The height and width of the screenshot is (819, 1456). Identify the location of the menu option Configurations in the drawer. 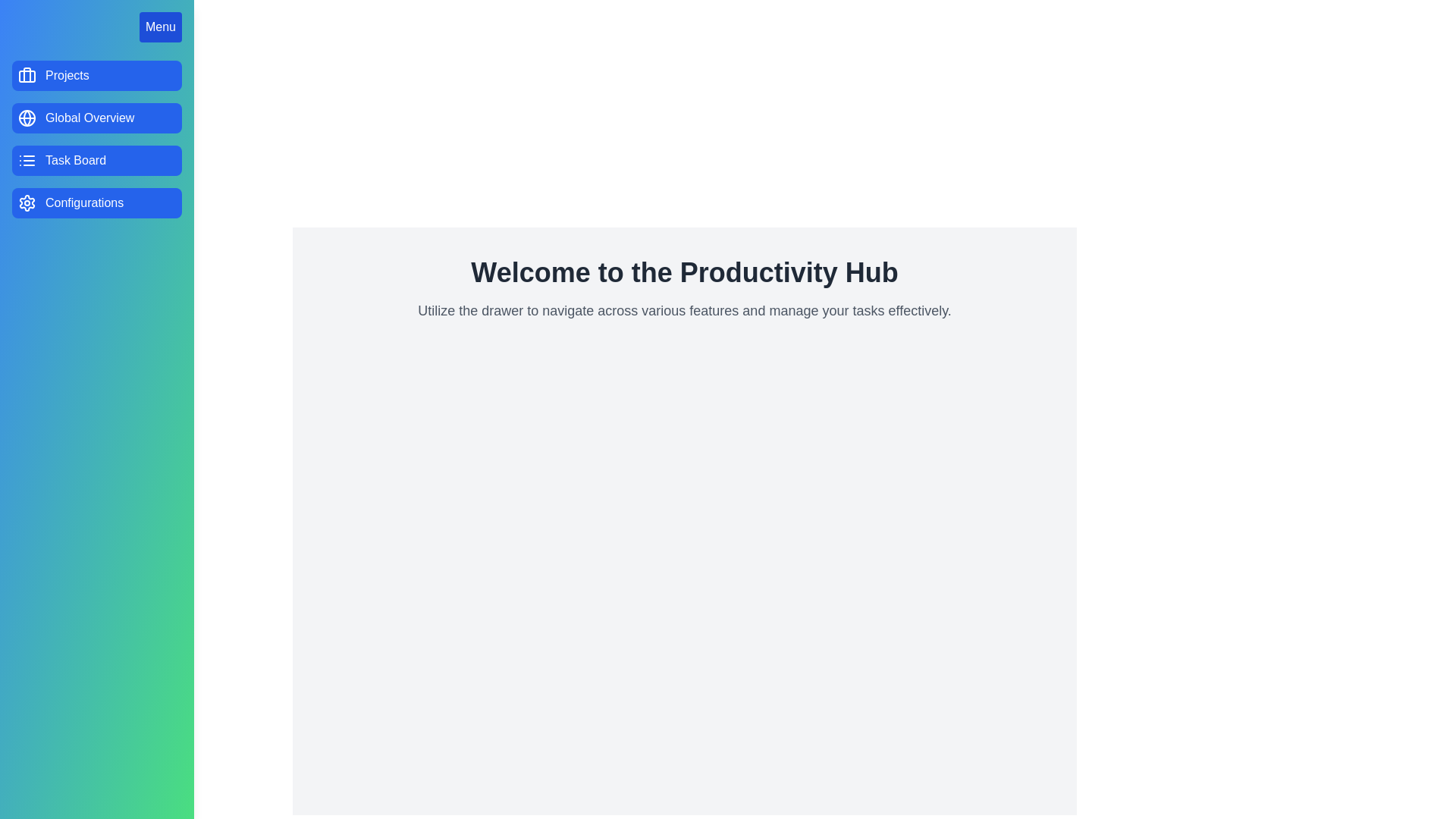
(96, 202).